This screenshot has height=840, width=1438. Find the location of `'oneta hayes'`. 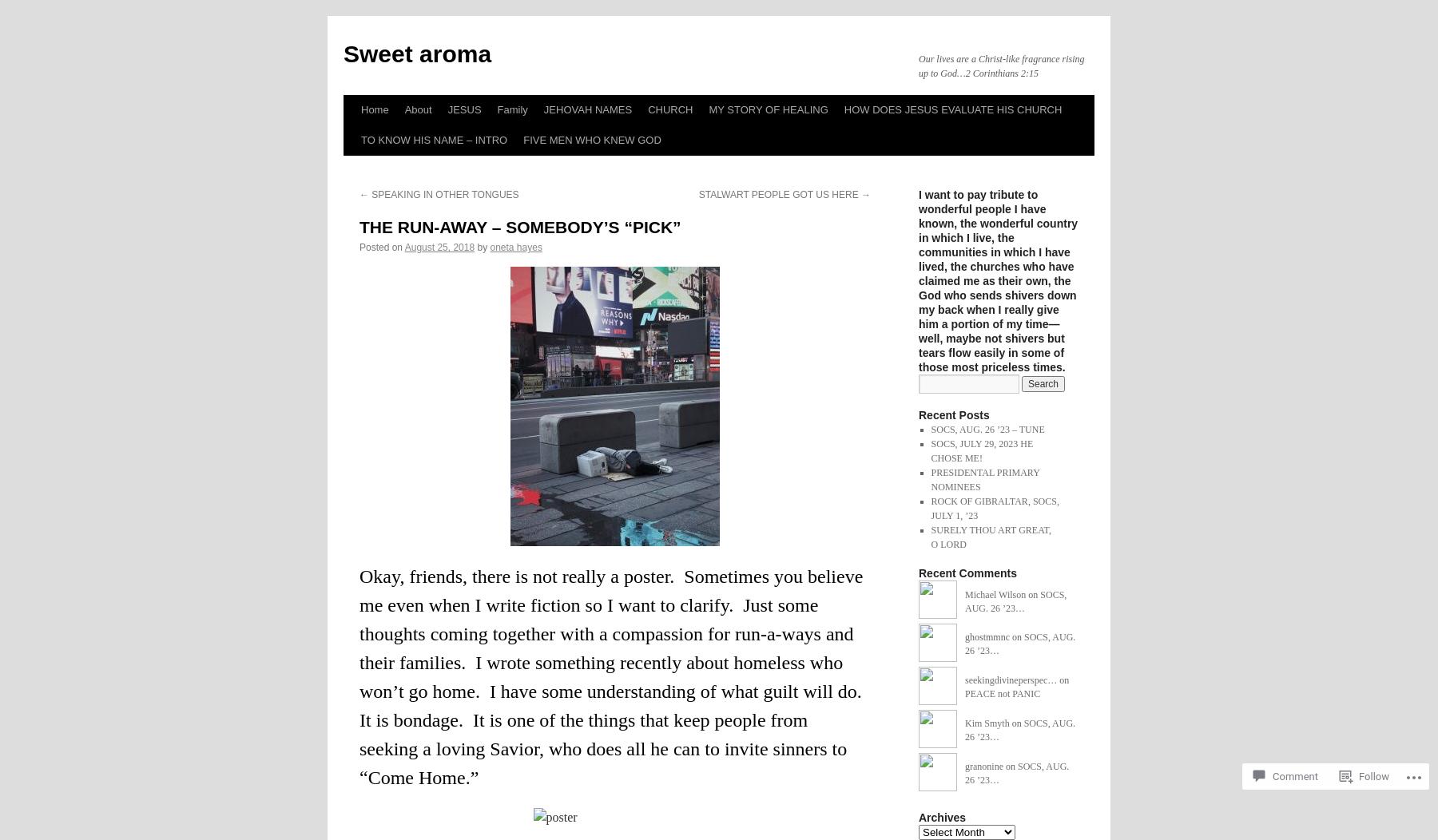

'oneta hayes' is located at coordinates (515, 247).